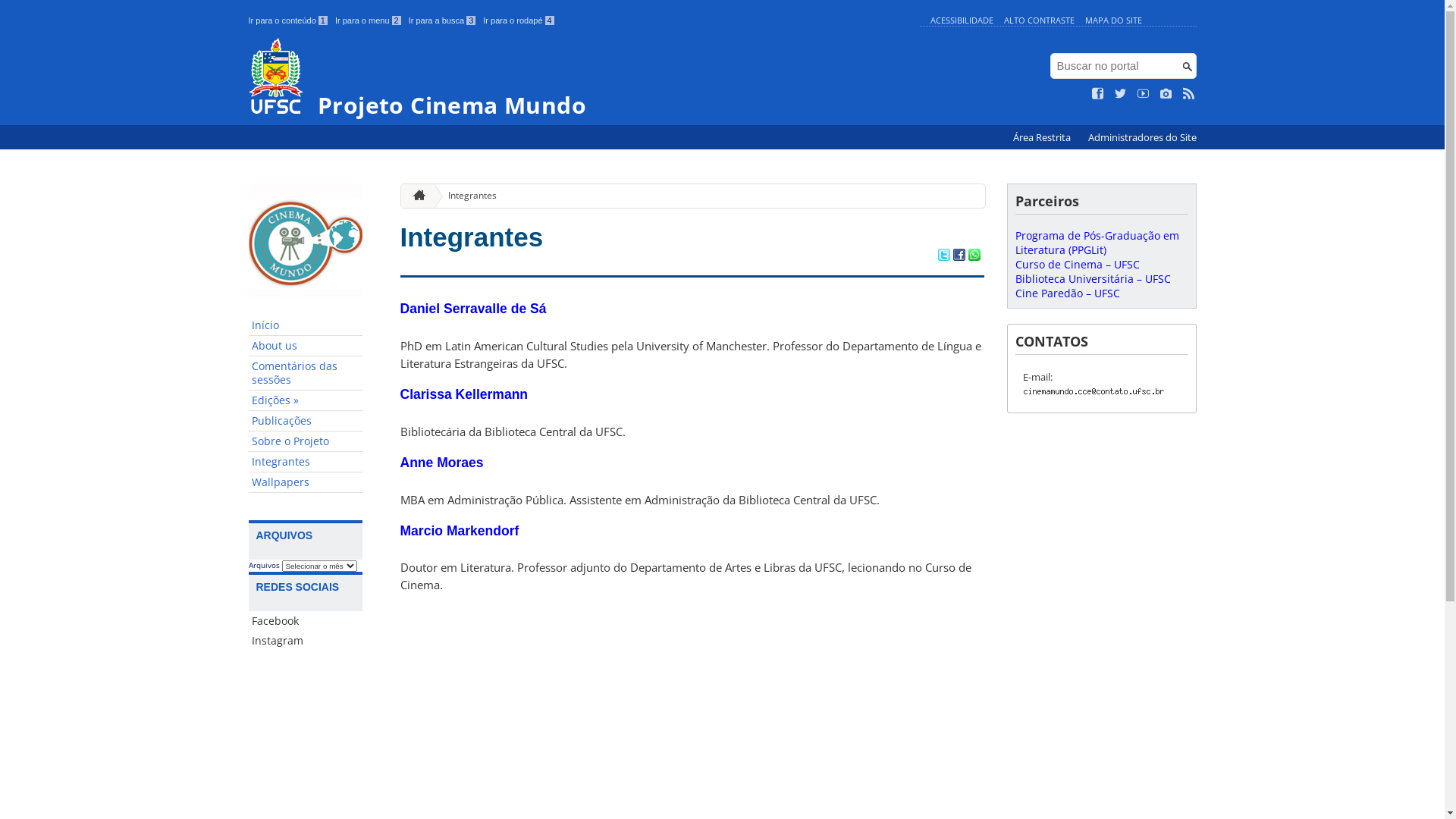 The image size is (1456, 819). Describe the element at coordinates (1141, 137) in the screenshot. I see `'Administradores do Site'` at that location.